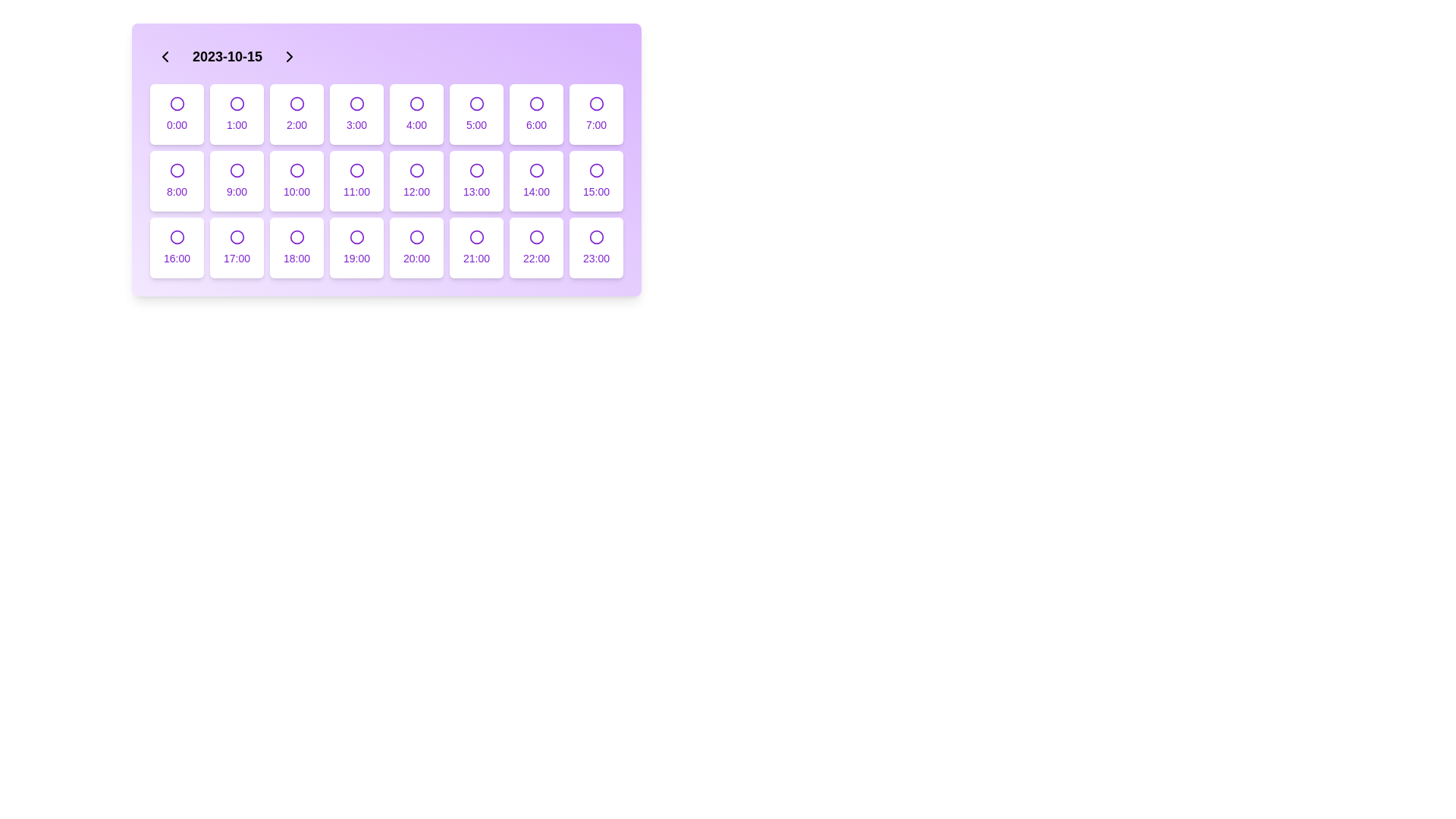 The height and width of the screenshot is (819, 1456). What do you see at coordinates (386, 160) in the screenshot?
I see `the selectable time slot button located in the second row, sixth element of the grid layout within the scheduling interface` at bounding box center [386, 160].